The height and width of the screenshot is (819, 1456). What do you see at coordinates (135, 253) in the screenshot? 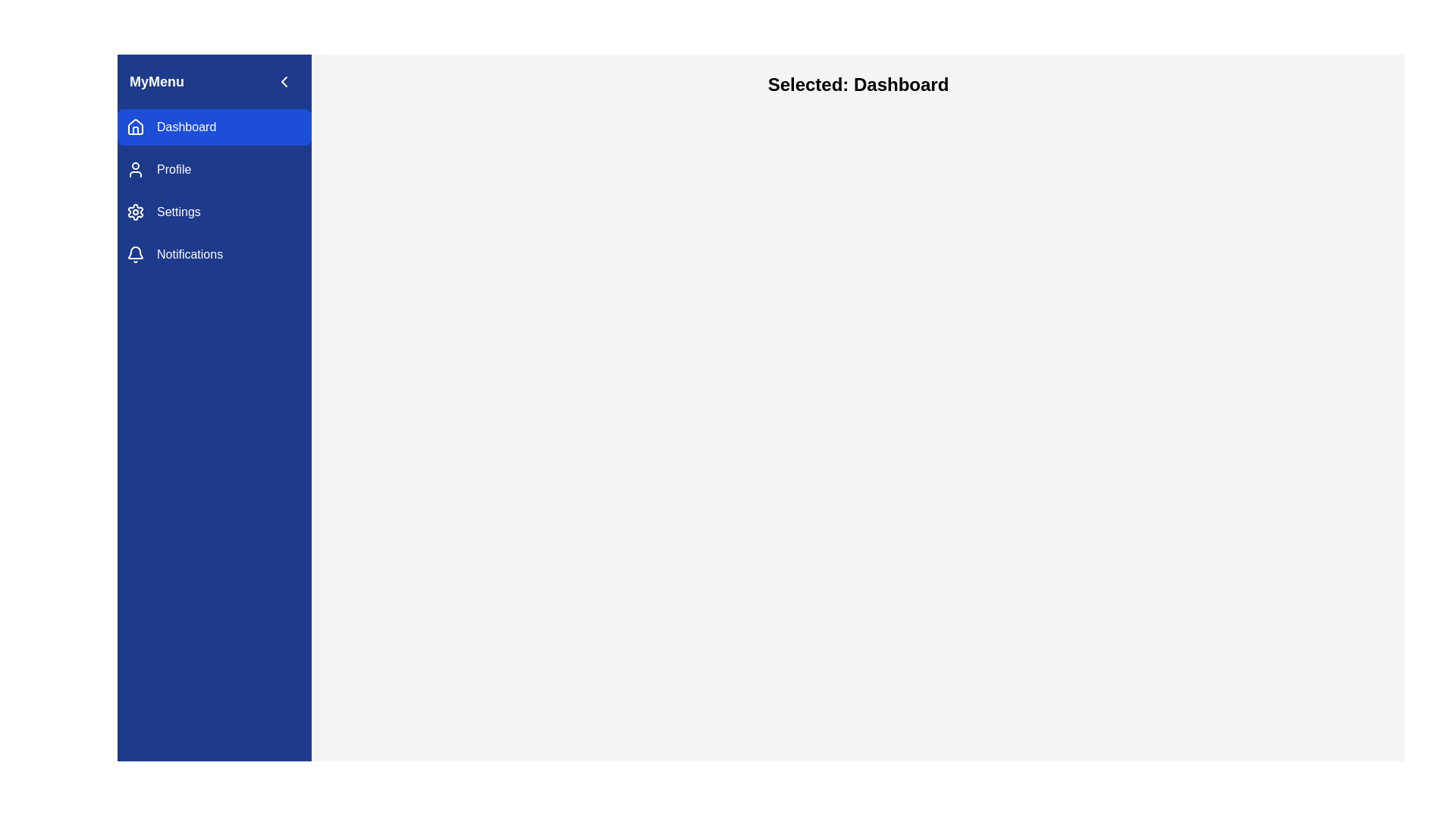
I see `the bell-shaped icon with a white outline against a blue background` at bounding box center [135, 253].